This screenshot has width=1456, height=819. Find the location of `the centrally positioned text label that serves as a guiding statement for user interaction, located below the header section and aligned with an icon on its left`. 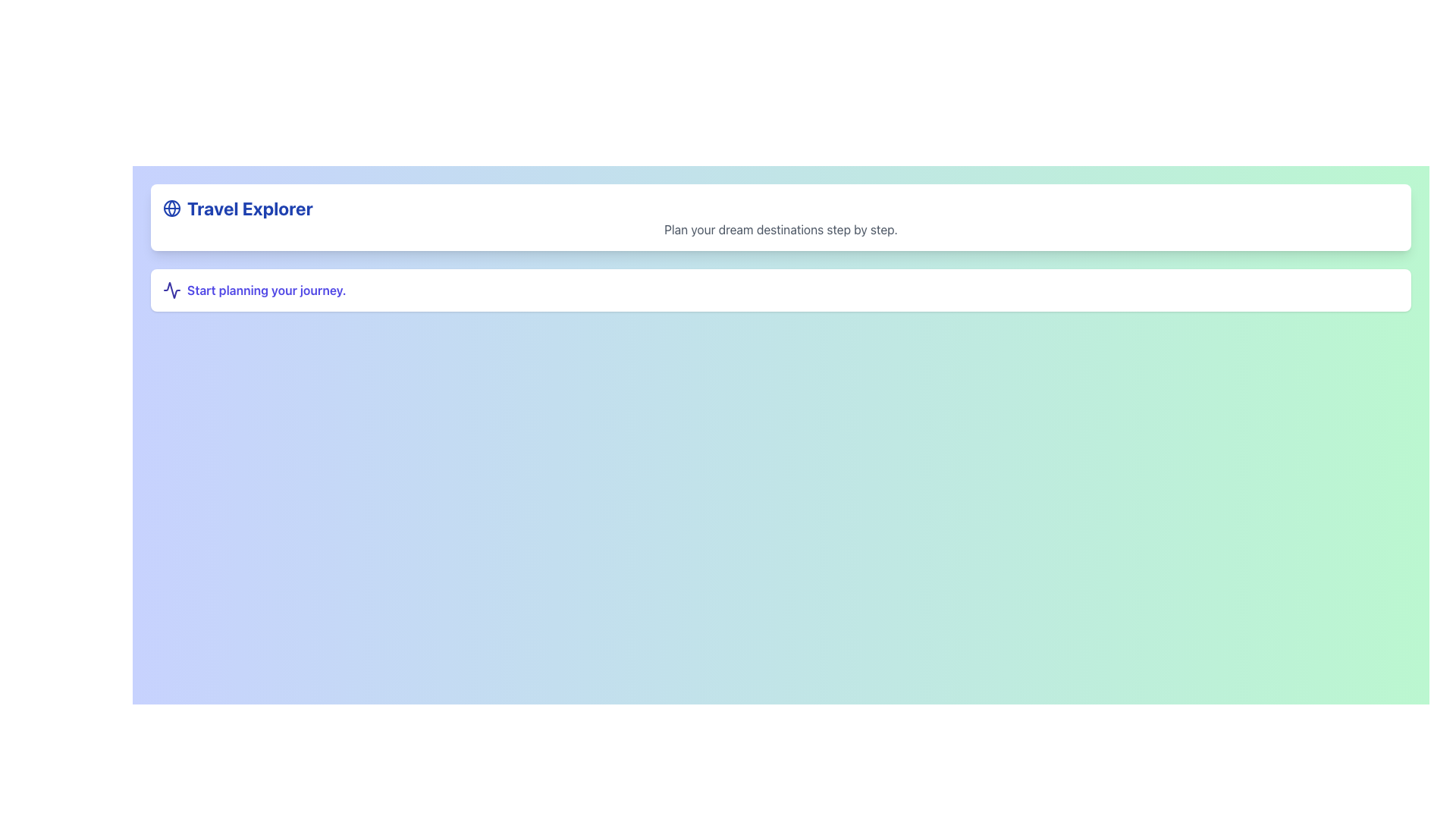

the centrally positioned text label that serves as a guiding statement for user interaction, located below the header section and aligned with an icon on its left is located at coordinates (266, 290).